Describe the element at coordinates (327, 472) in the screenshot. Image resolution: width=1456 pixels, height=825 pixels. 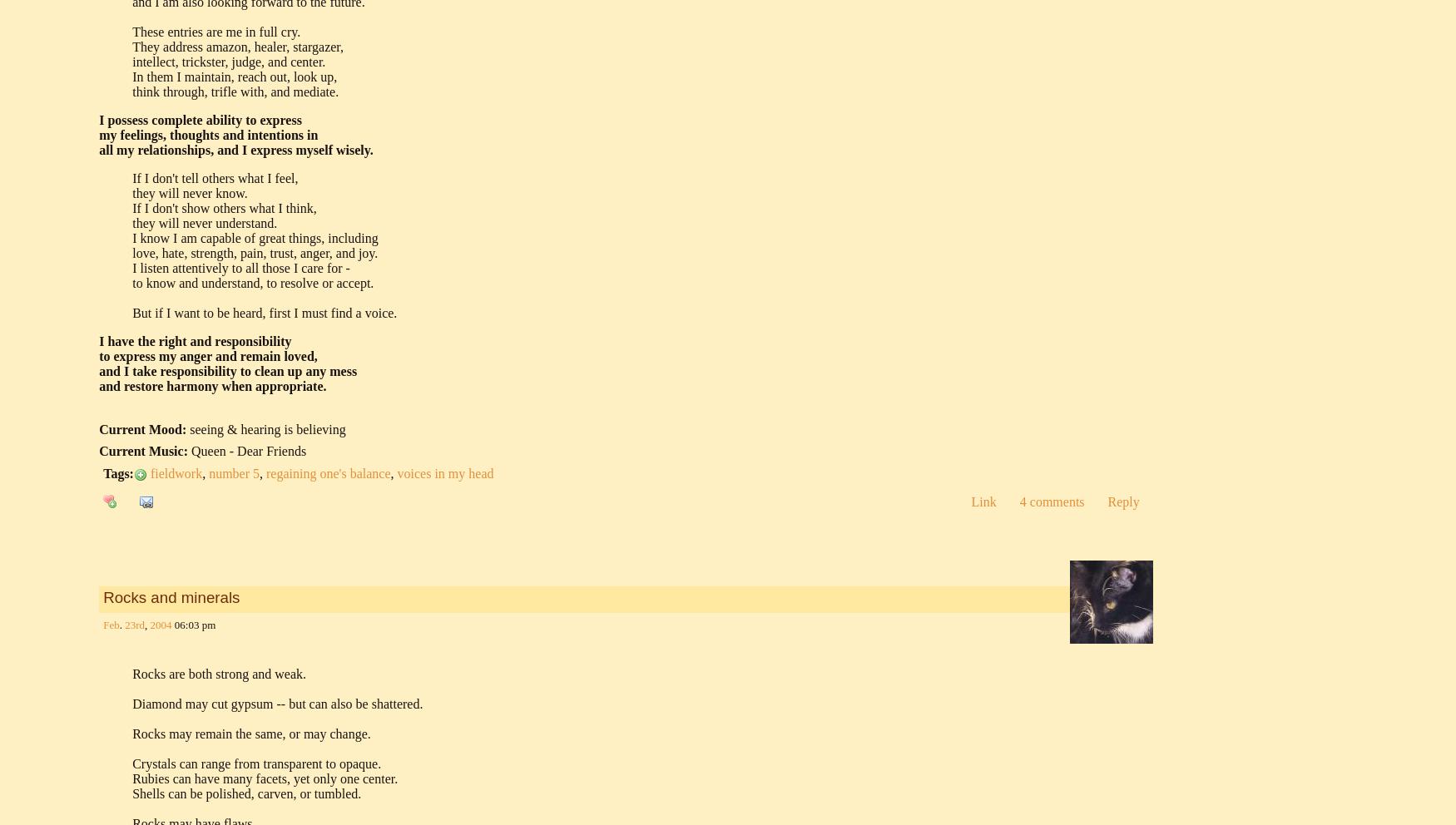
I see `'regaining one's balance'` at that location.